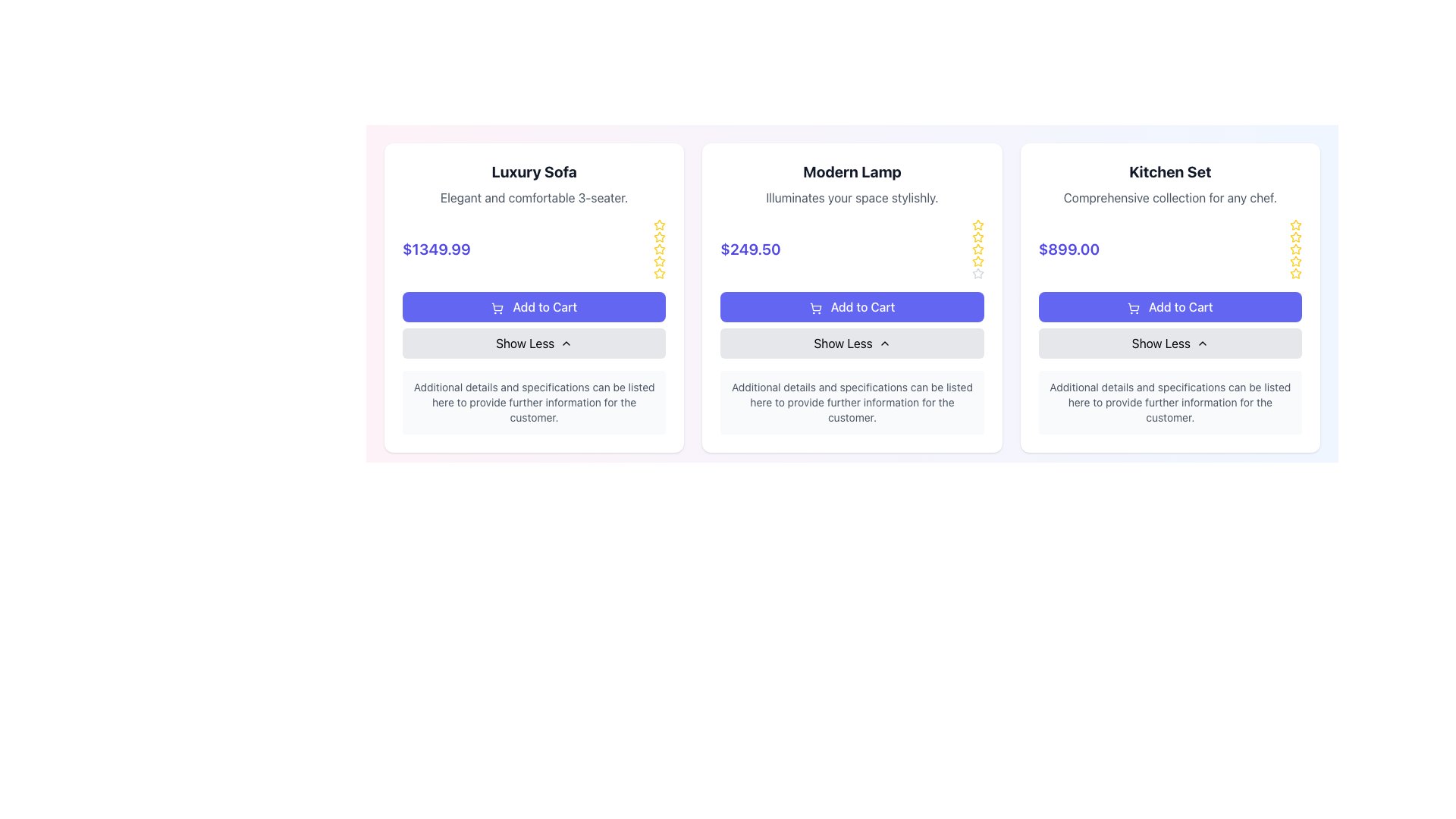 The height and width of the screenshot is (819, 1456). Describe the element at coordinates (534, 298) in the screenshot. I see `the 'Add to Cart' button on the 'Luxury Sofa' product card, which is the first item in the product list` at that location.